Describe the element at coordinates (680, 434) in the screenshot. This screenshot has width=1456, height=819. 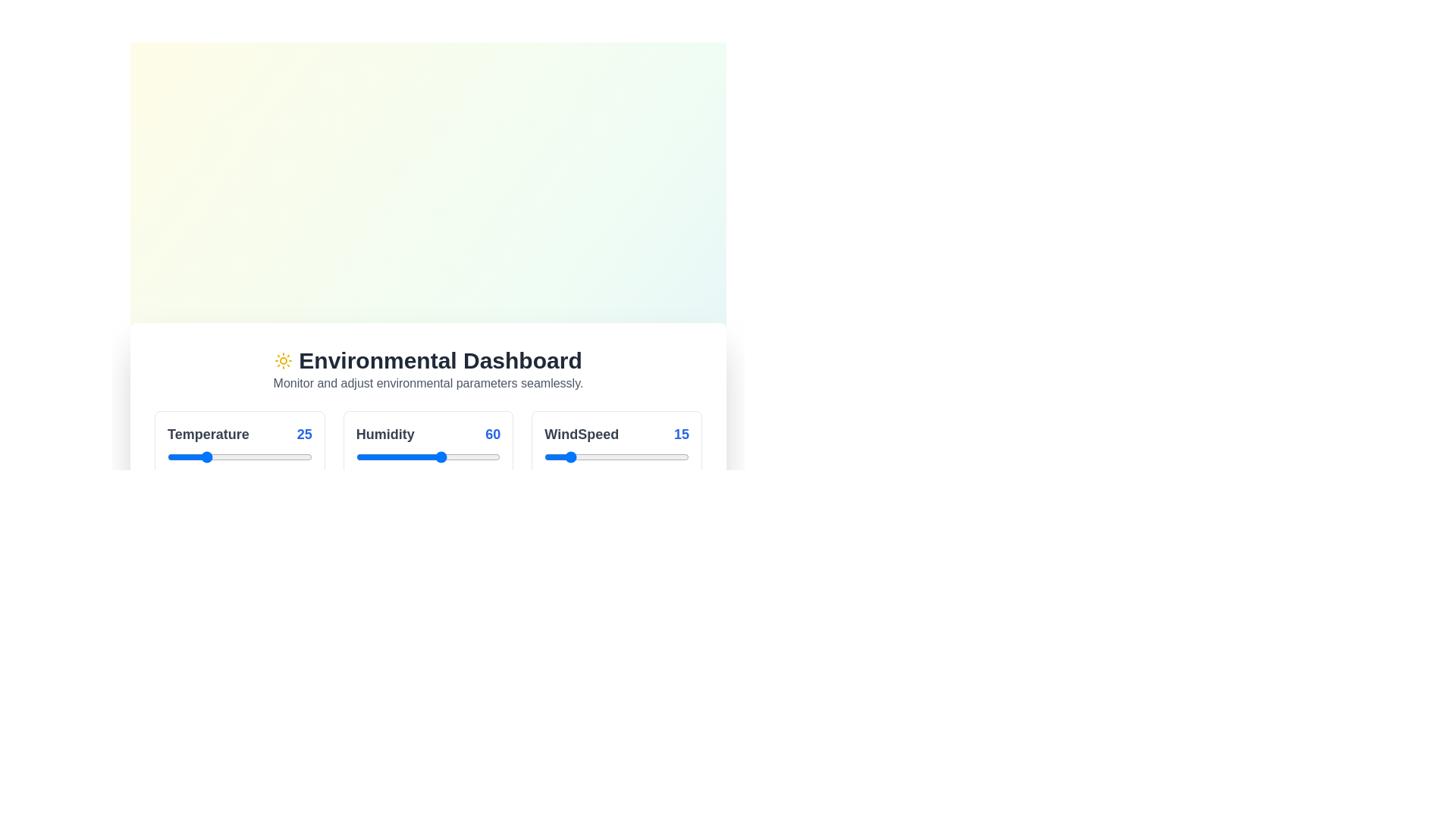
I see `the Static Text displaying the current wind speed value, which is located at the far right of the environmental parameters row, right-aligned next to the 'WindSpeed' label` at that location.